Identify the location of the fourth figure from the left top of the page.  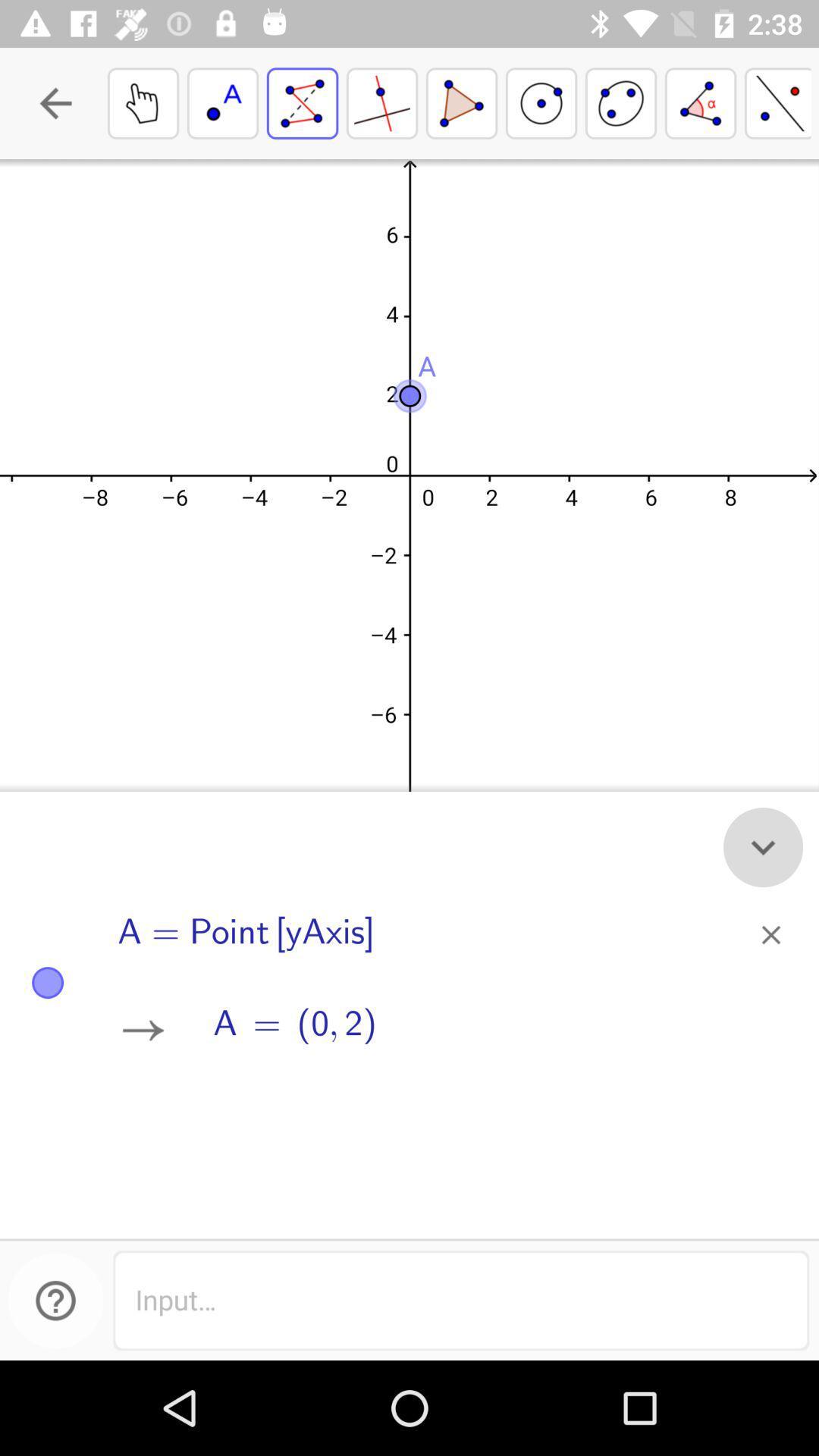
(381, 102).